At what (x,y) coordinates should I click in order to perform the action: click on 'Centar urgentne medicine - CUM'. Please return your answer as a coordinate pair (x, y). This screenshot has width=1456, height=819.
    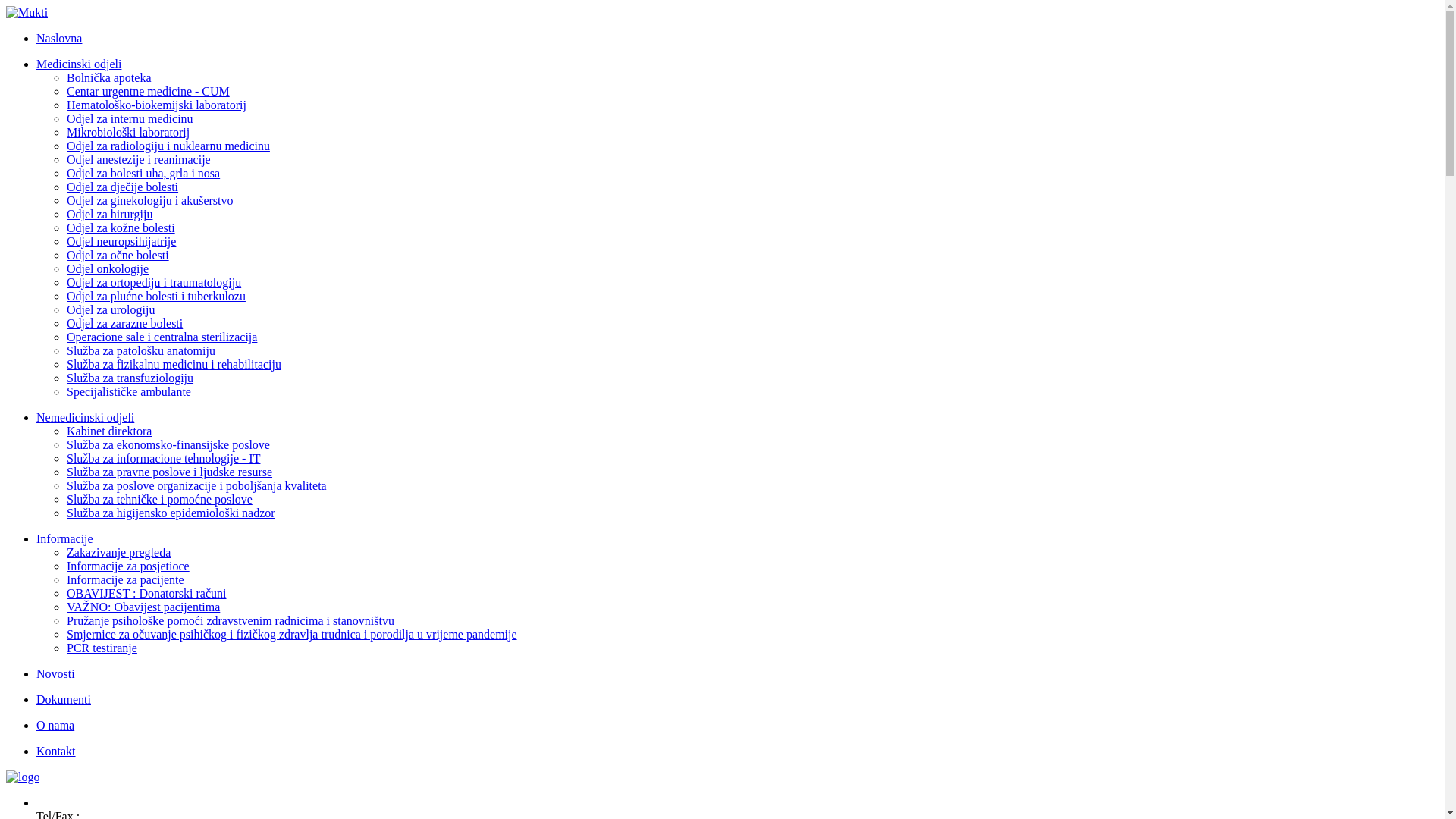
    Looking at the image, I should click on (148, 91).